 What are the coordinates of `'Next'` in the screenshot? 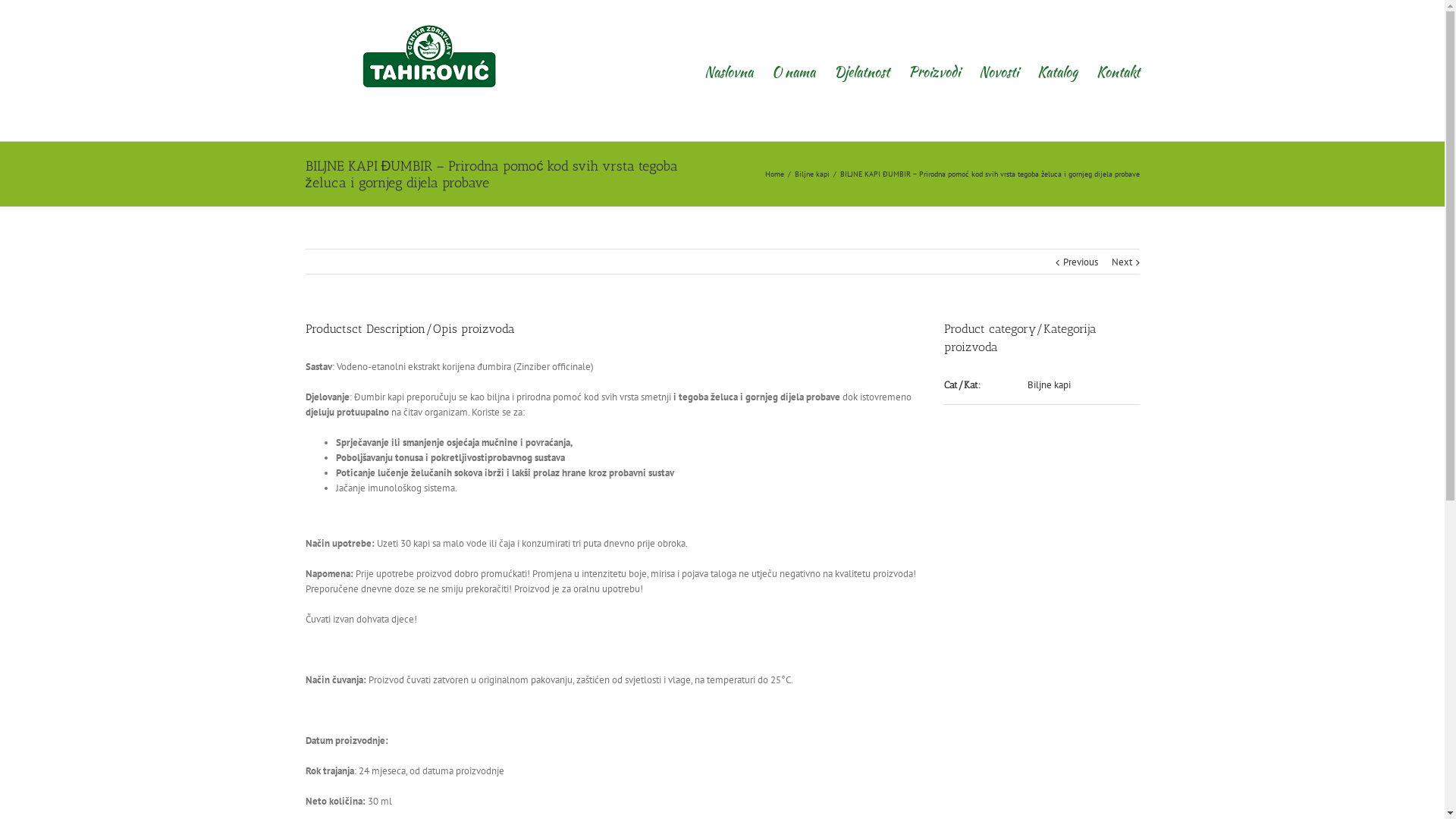 It's located at (1122, 262).